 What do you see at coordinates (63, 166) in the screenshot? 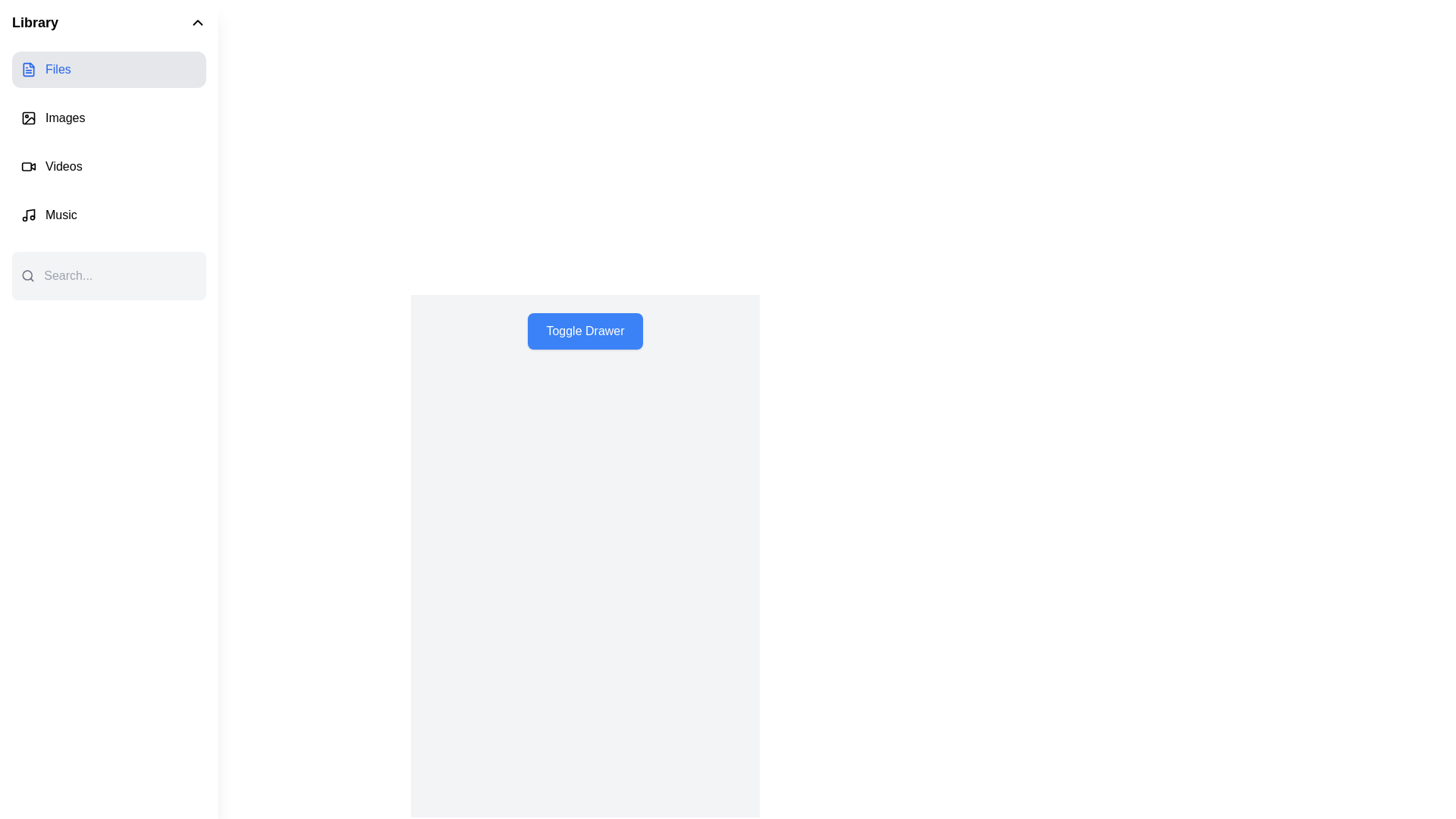
I see `the text label for the video menu option located directly below the 'Images' menu and above the 'Music' menu` at bounding box center [63, 166].